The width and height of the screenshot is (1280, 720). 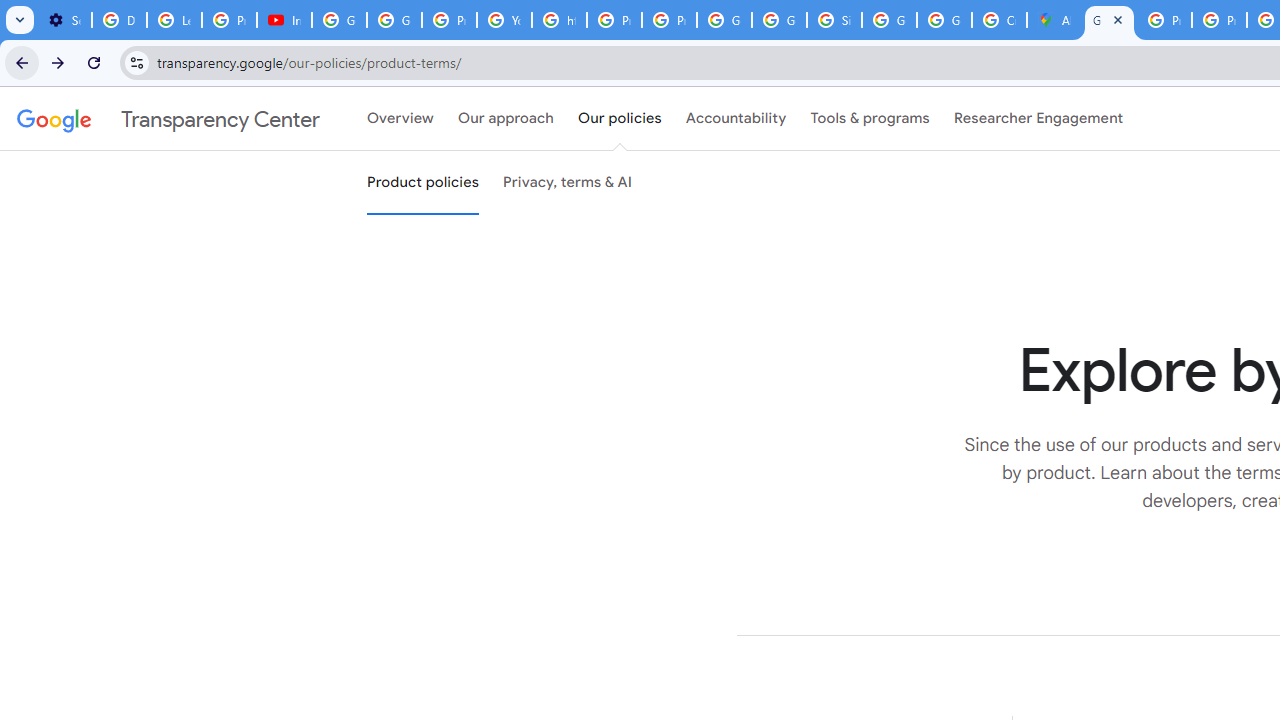 What do you see at coordinates (400, 119) in the screenshot?
I see `'Overview'` at bounding box center [400, 119].